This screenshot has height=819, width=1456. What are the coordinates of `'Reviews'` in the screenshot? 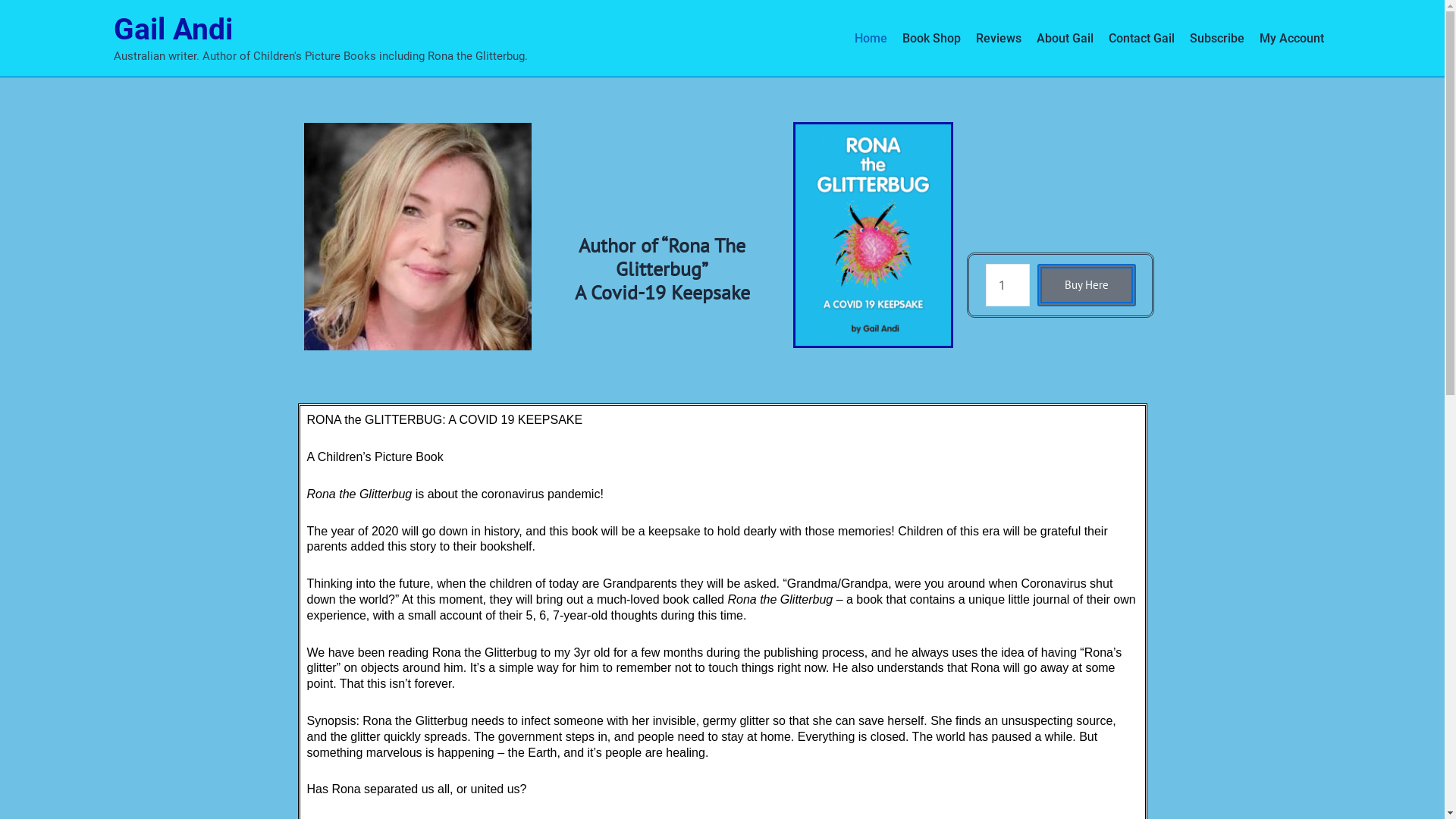 It's located at (967, 37).